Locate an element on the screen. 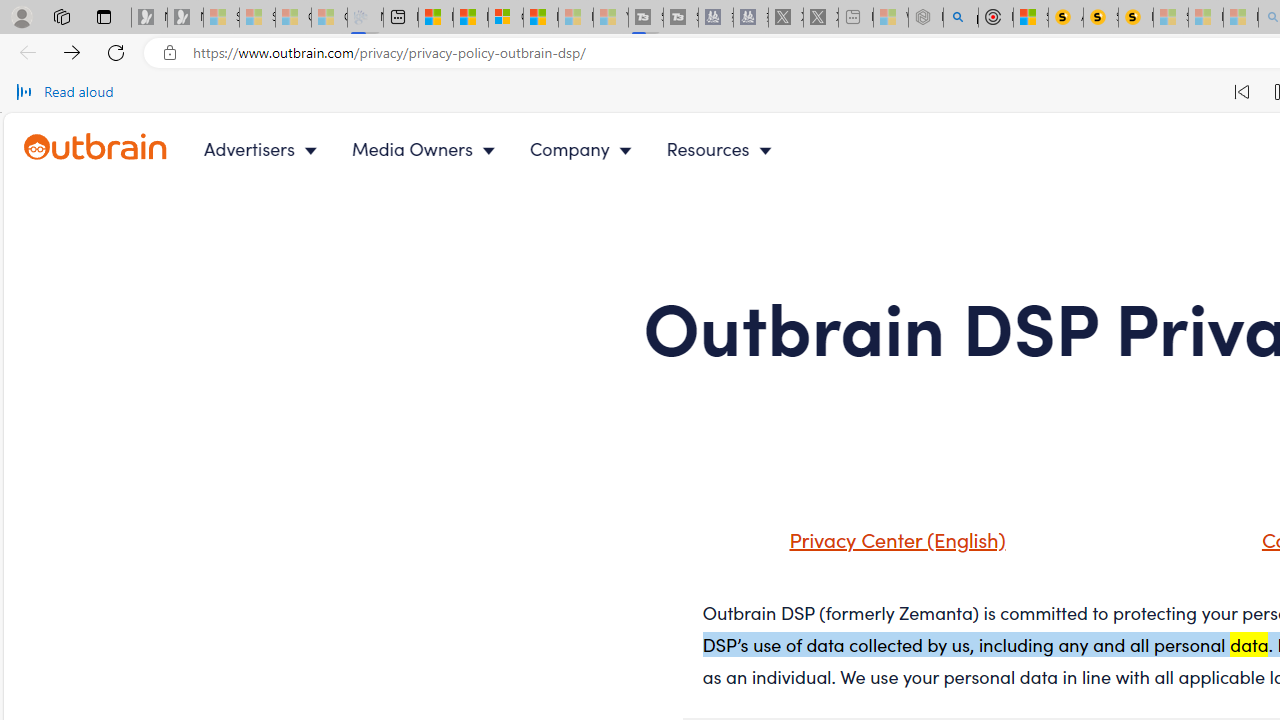  'Resources' is located at coordinates (722, 148).